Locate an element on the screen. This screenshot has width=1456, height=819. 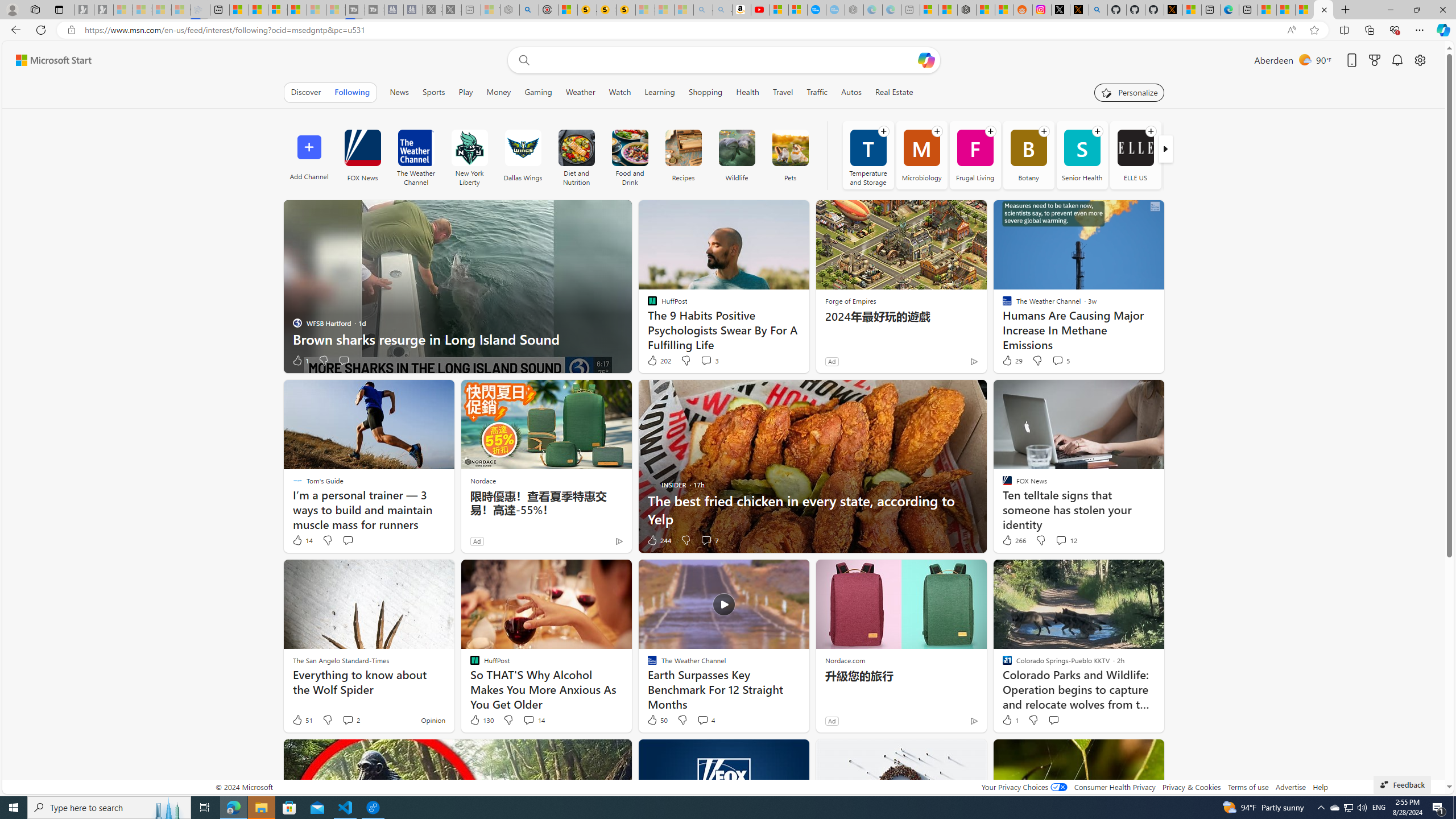
'50 Like' is located at coordinates (656, 719).